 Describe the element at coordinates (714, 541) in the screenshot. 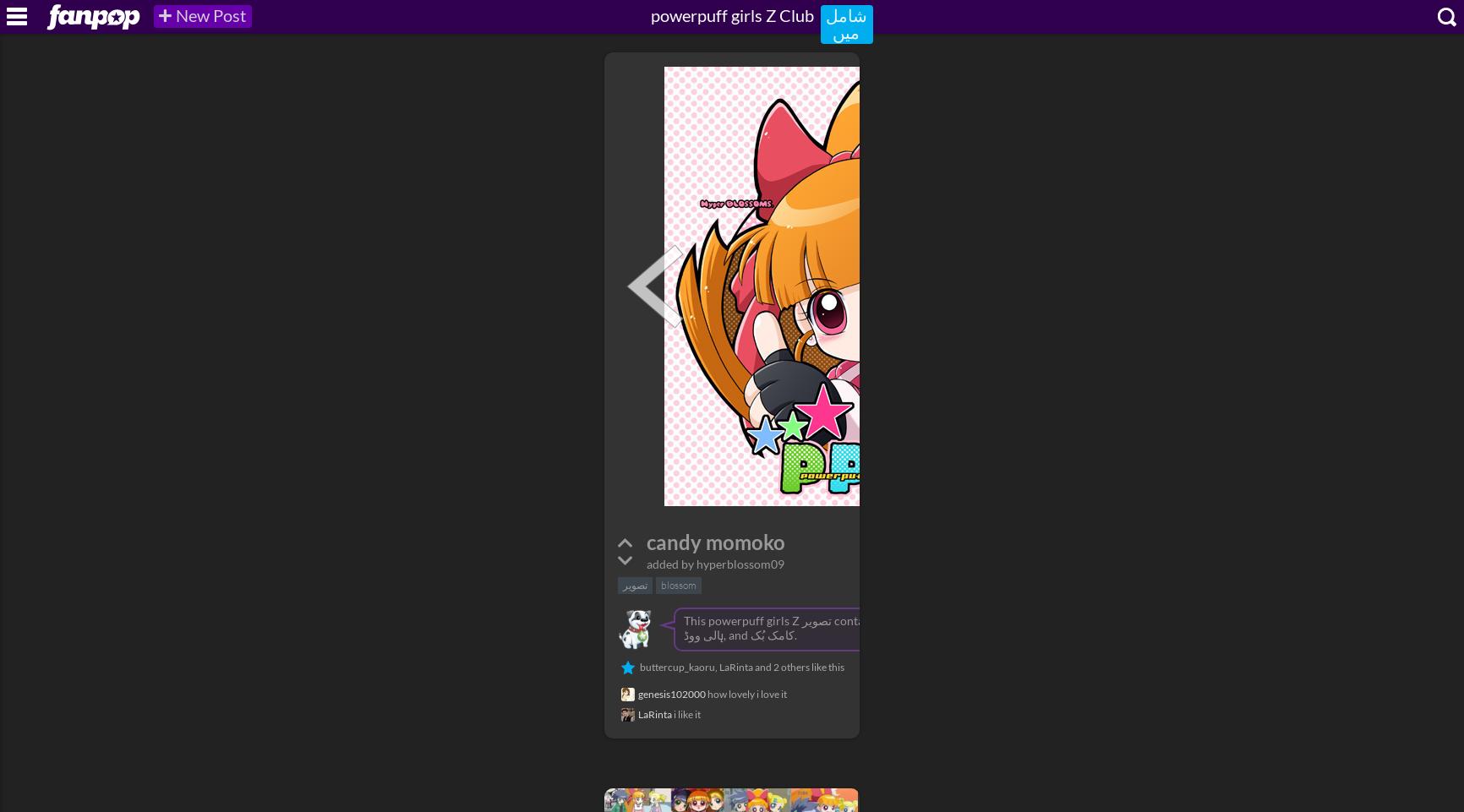

I see `'candy momoko'` at that location.